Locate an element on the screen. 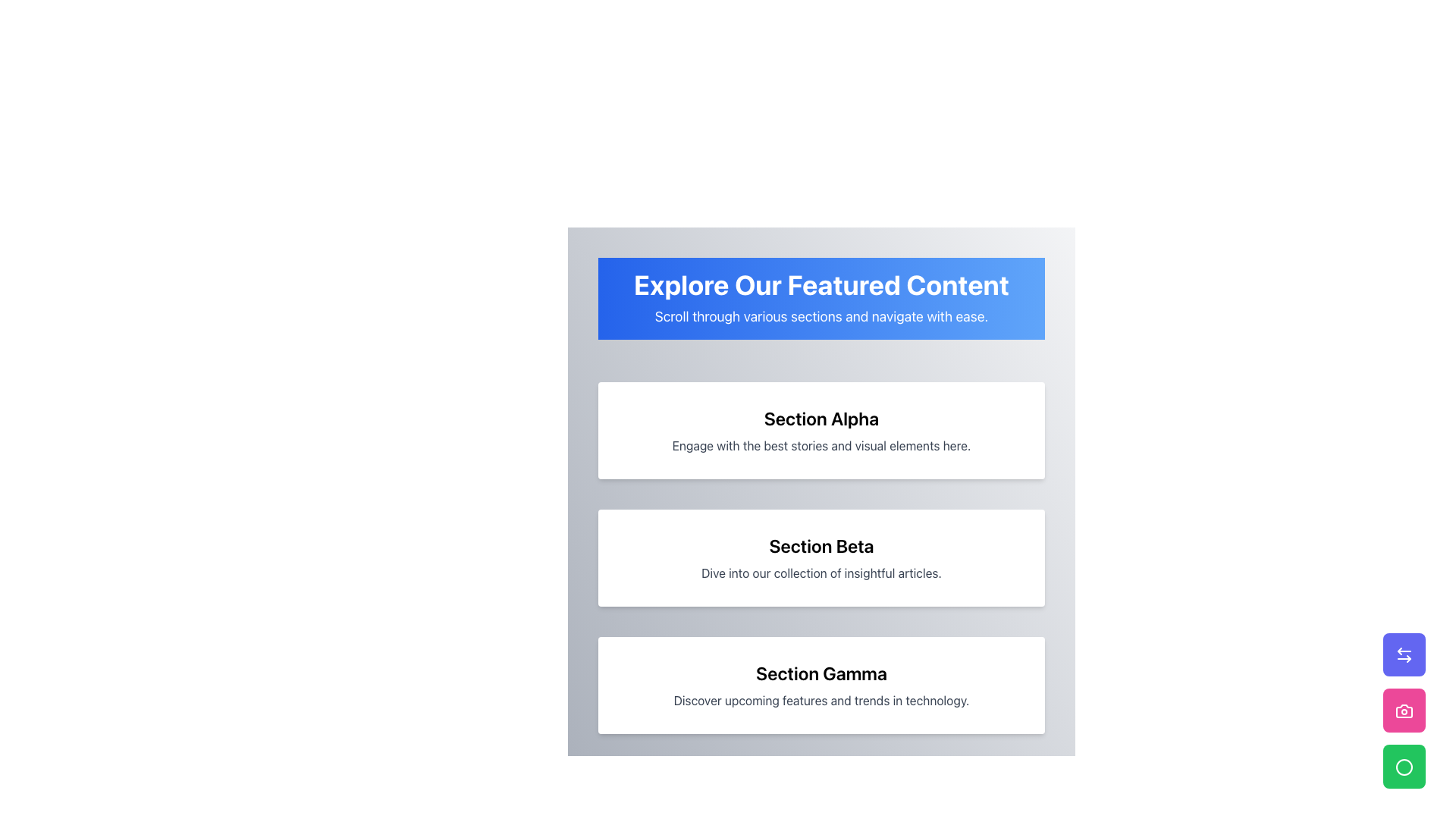 The width and height of the screenshot is (1456, 819). the topmost button with a deep indigo-blue background and a white bidirectional arrow icon is located at coordinates (1404, 654).